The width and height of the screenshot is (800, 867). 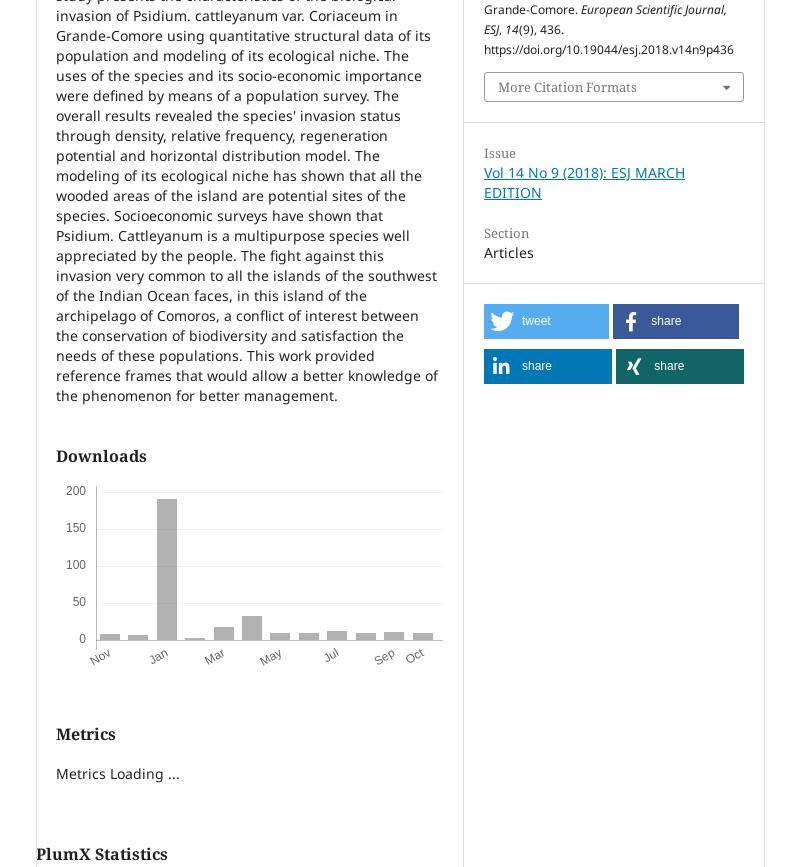 I want to click on 'Vol 14 No 9 (2018): ESJ MARCH EDITION', so click(x=583, y=182).